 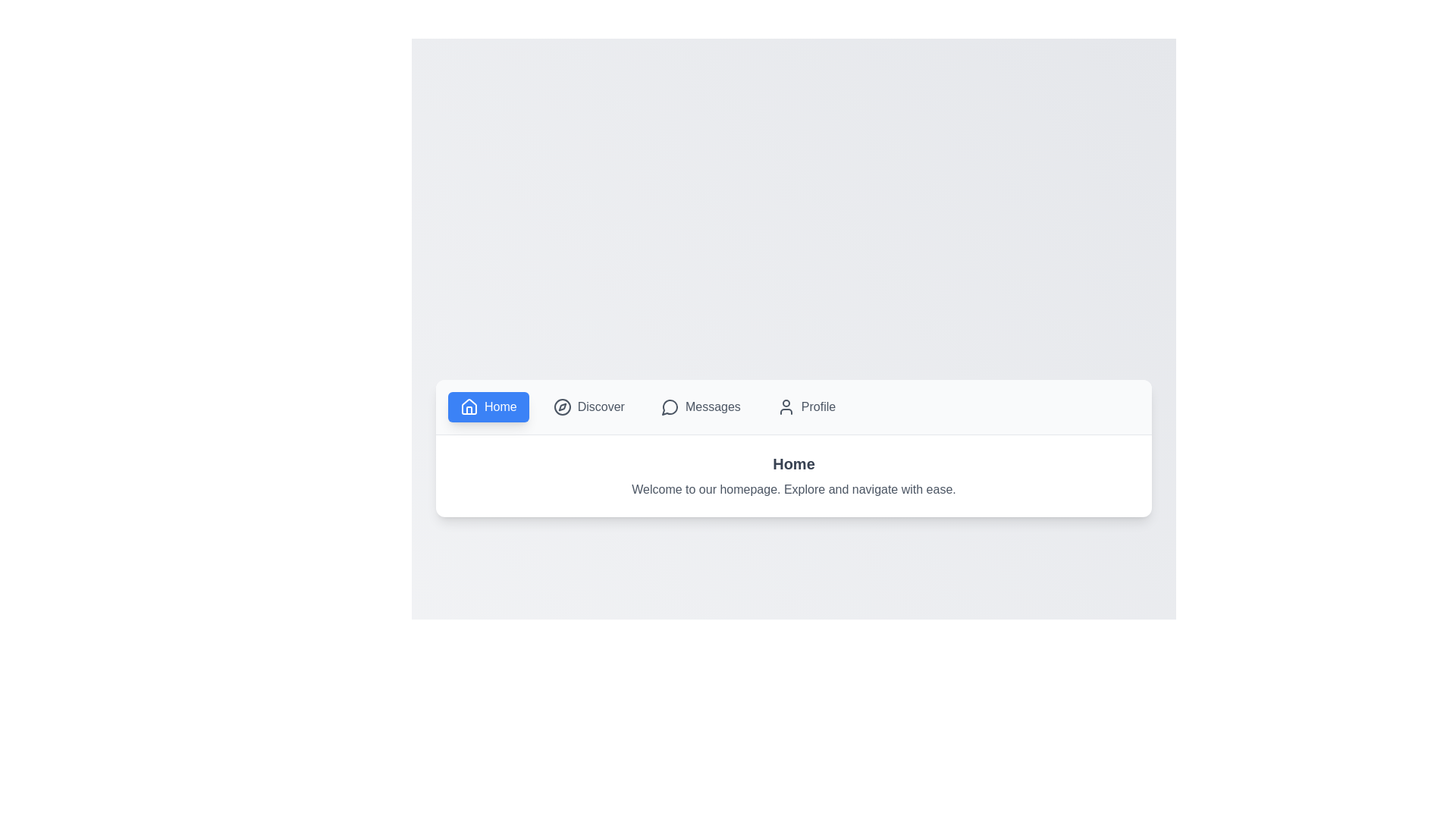 What do you see at coordinates (700, 406) in the screenshot?
I see `the Messages tab to switch to it` at bounding box center [700, 406].